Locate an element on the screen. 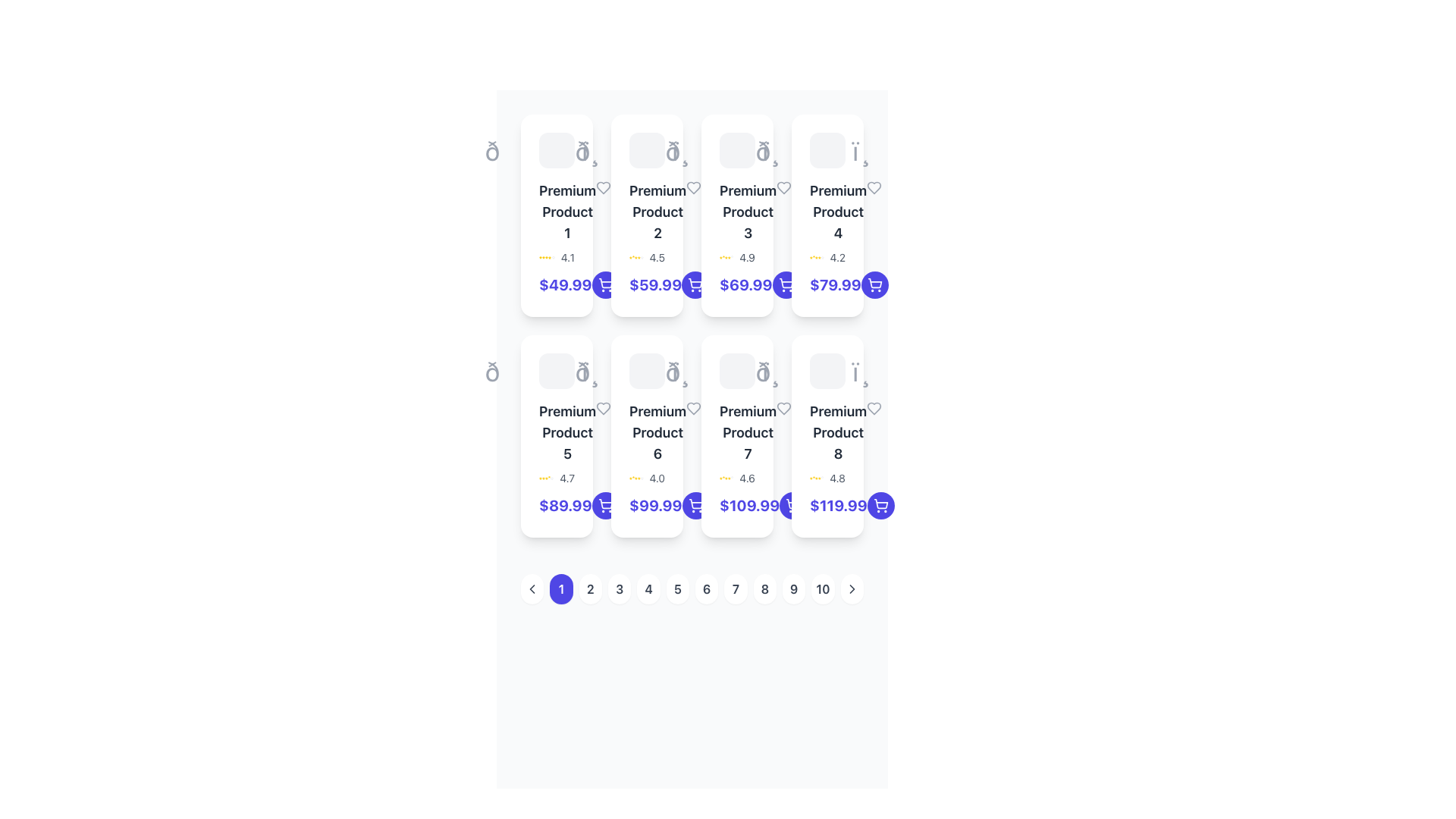 The height and width of the screenshot is (819, 1456). the price text label located in the third product card in the first row to possibly trigger a tooltip is located at coordinates (737, 284).